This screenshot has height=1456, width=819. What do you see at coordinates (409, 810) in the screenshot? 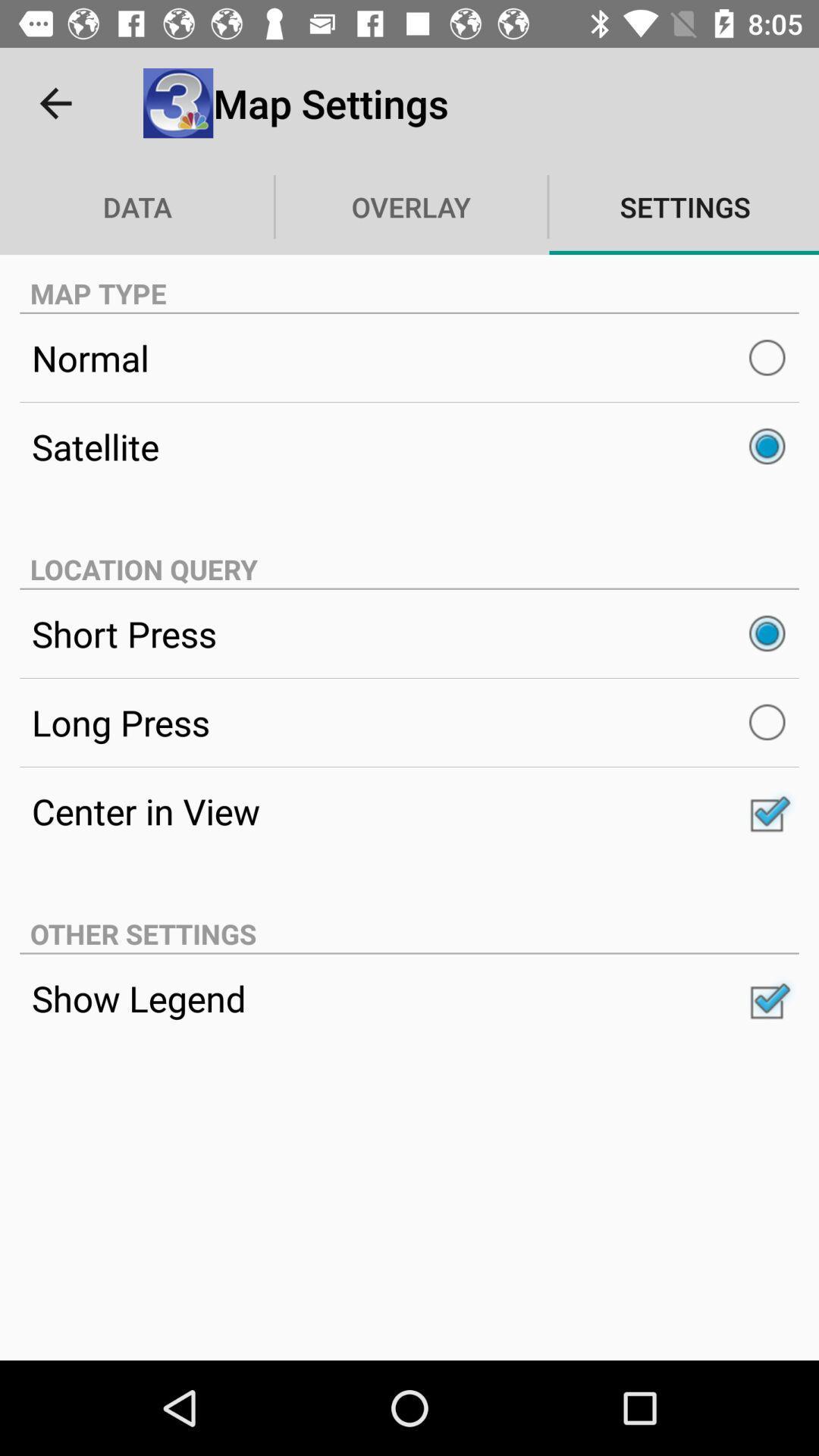
I see `item above the other settings item` at bounding box center [409, 810].